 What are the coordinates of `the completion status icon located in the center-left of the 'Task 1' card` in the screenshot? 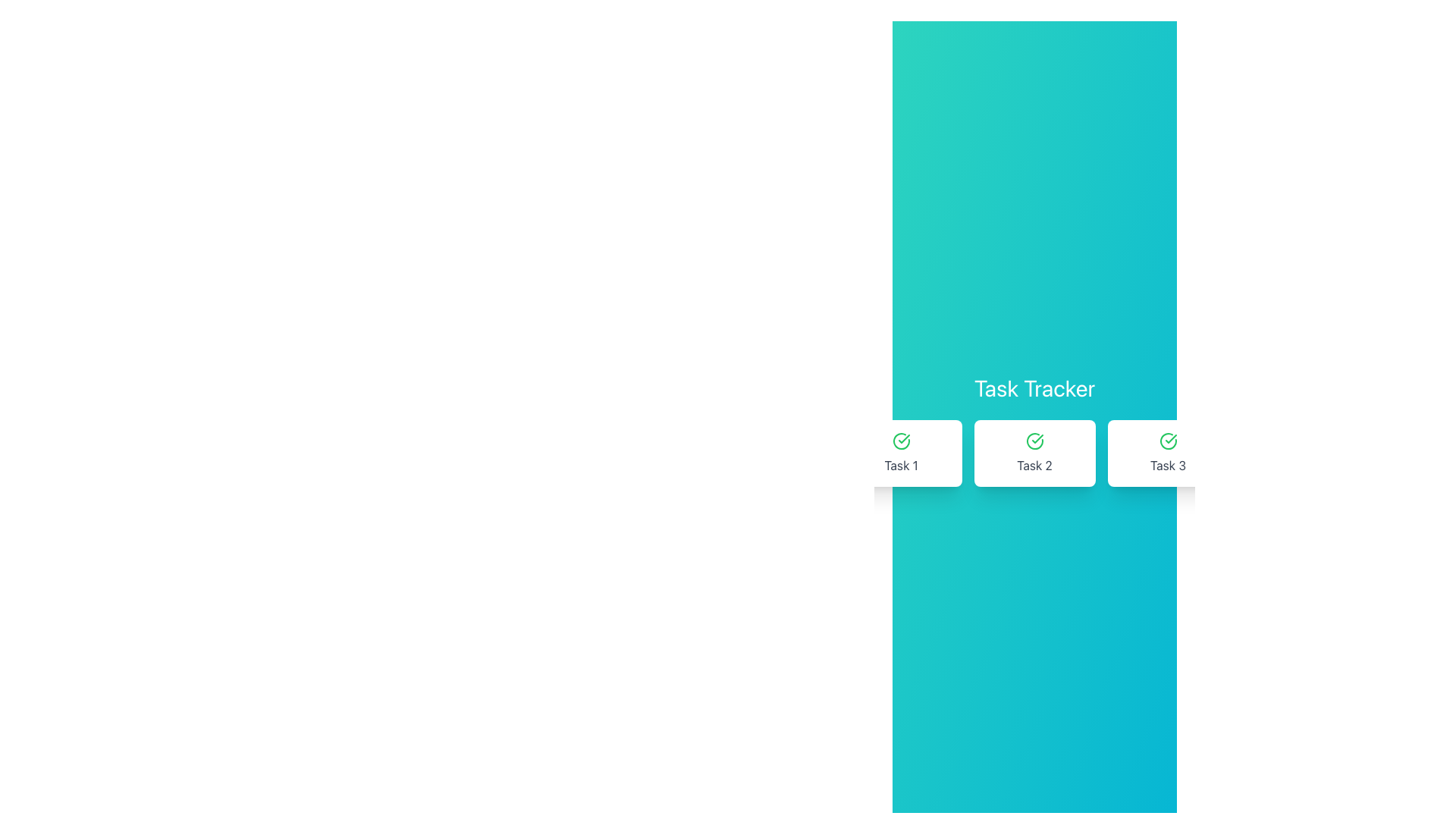 It's located at (901, 441).